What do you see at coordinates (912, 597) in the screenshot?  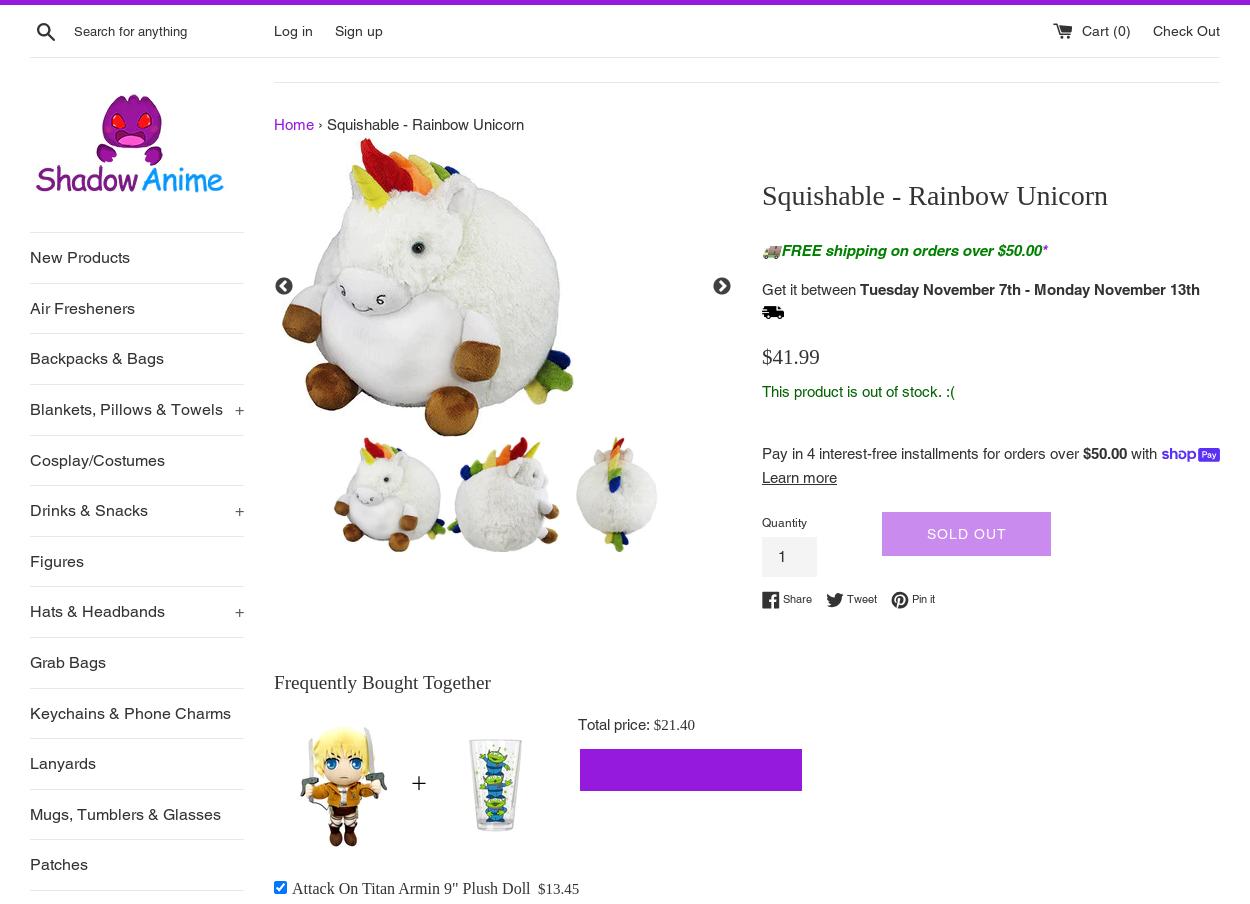 I see `'Pin it'` at bounding box center [912, 597].